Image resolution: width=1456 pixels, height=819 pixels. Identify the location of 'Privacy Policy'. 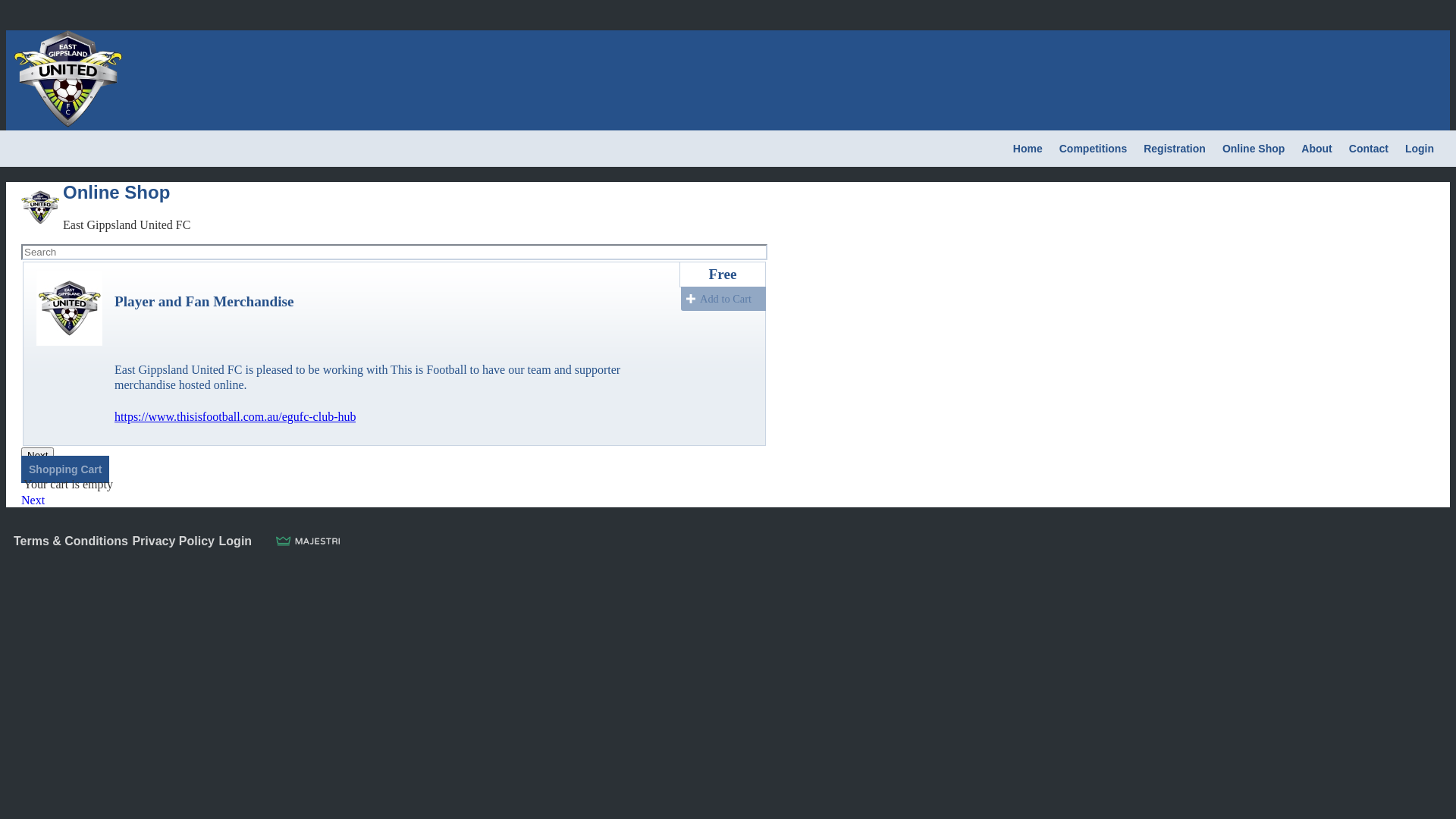
(173, 540).